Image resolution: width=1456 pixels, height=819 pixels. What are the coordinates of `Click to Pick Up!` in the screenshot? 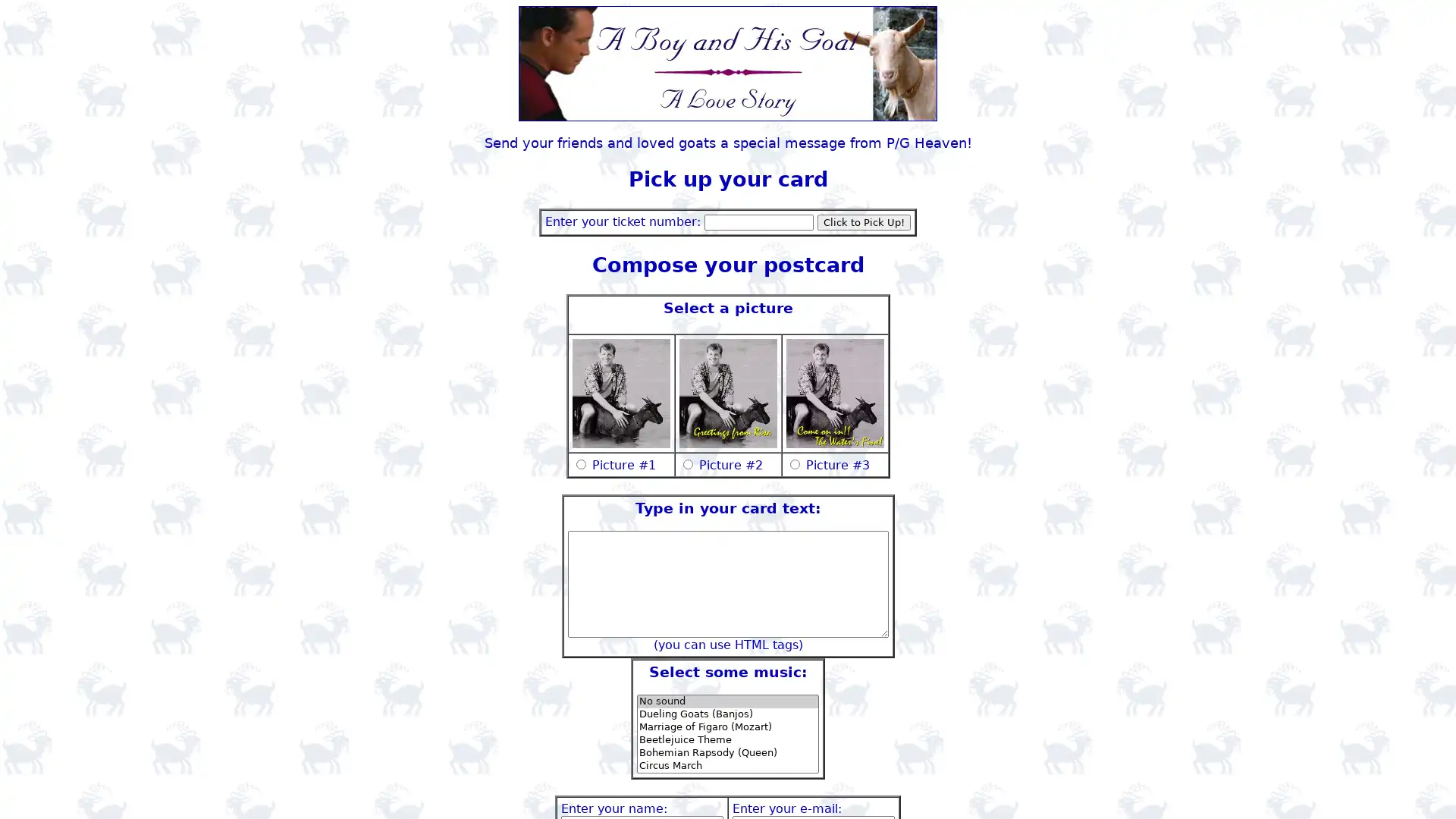 It's located at (864, 221).